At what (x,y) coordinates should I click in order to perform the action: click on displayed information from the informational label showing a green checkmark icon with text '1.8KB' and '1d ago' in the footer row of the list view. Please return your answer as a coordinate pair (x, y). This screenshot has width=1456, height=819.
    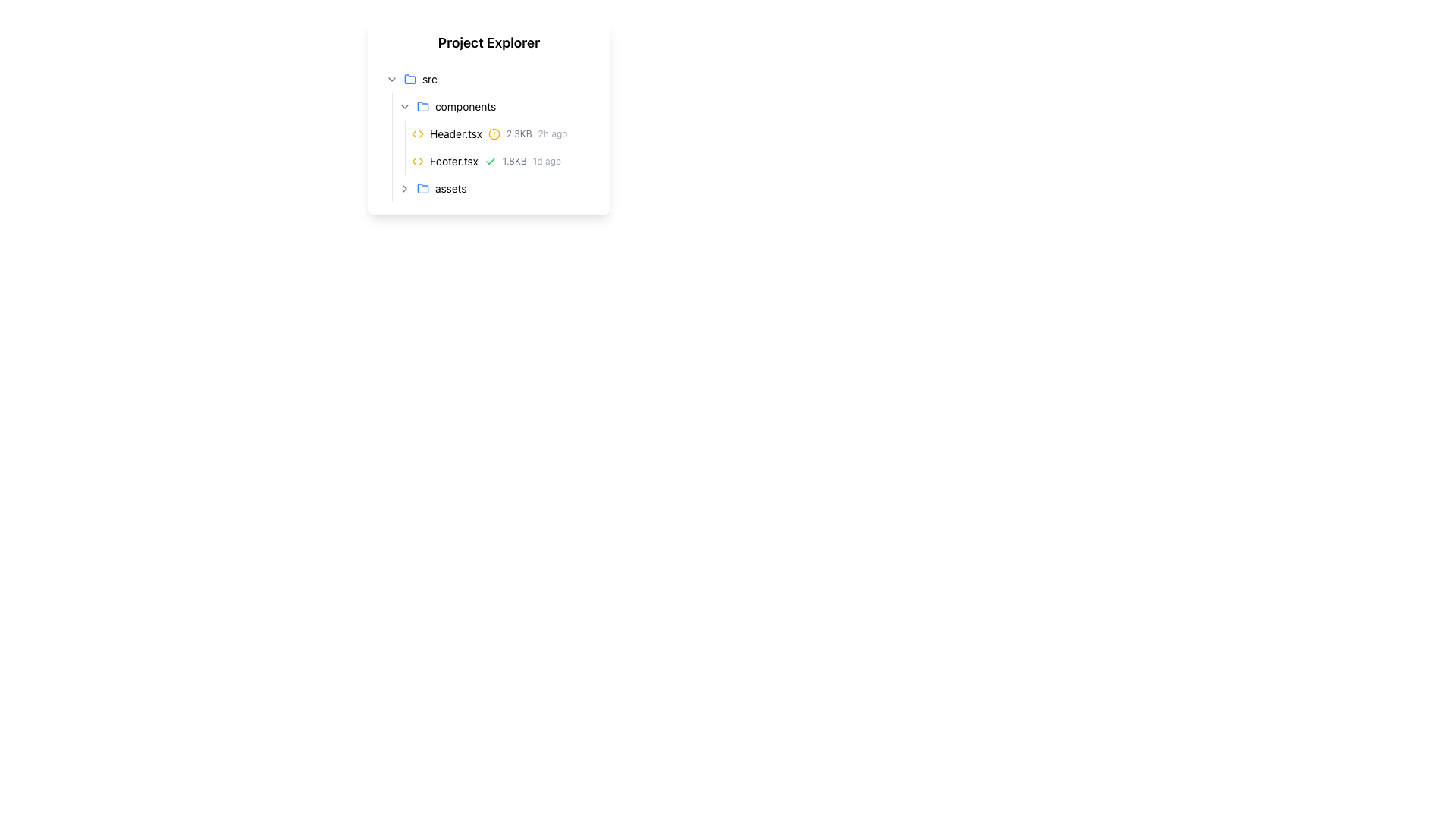
    Looking at the image, I should click on (522, 161).